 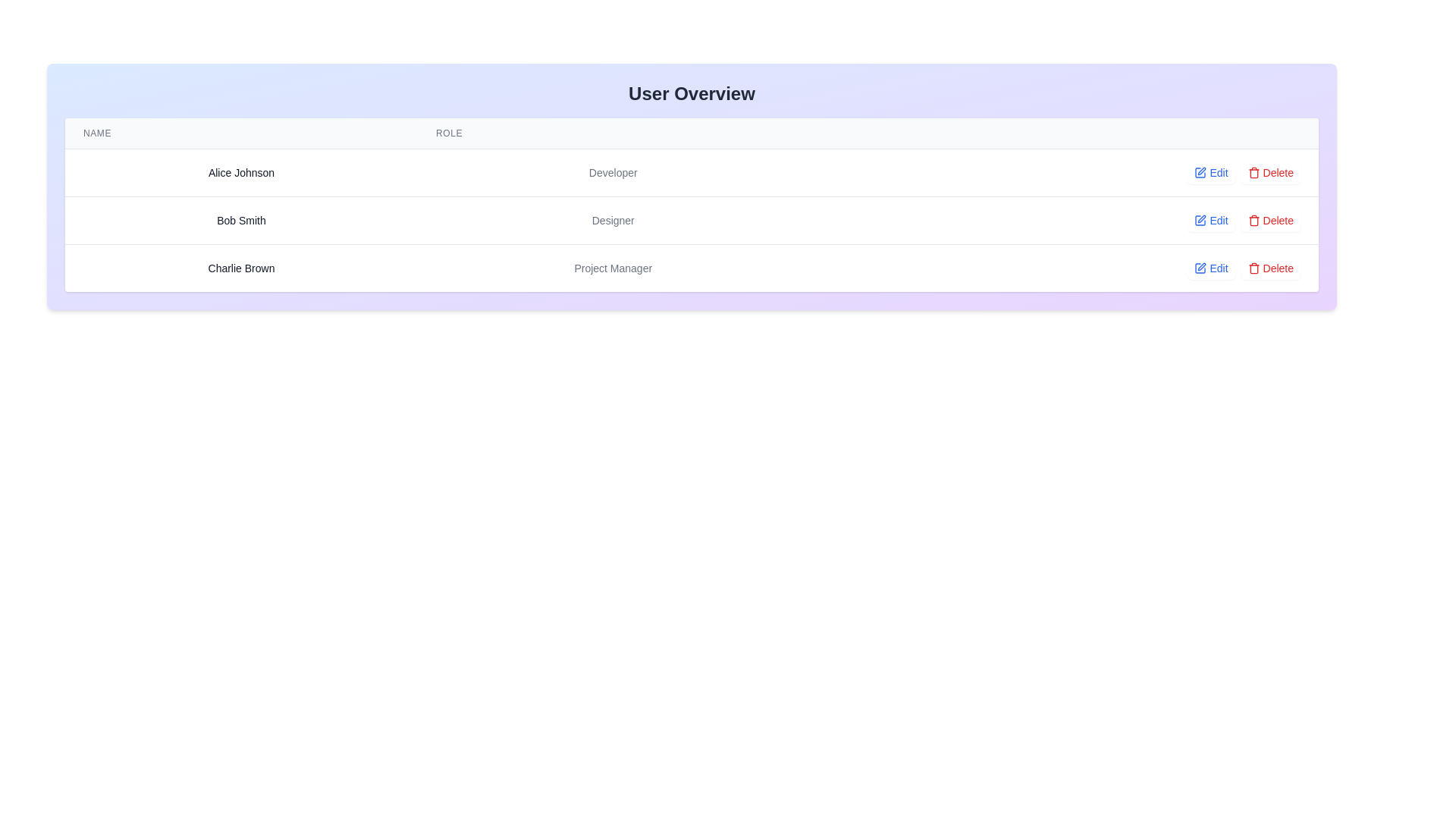 I want to click on the blue pen or edit symbol icon within the 'Edit' button located in the third row of the user data table, so click(x=1200, y=220).